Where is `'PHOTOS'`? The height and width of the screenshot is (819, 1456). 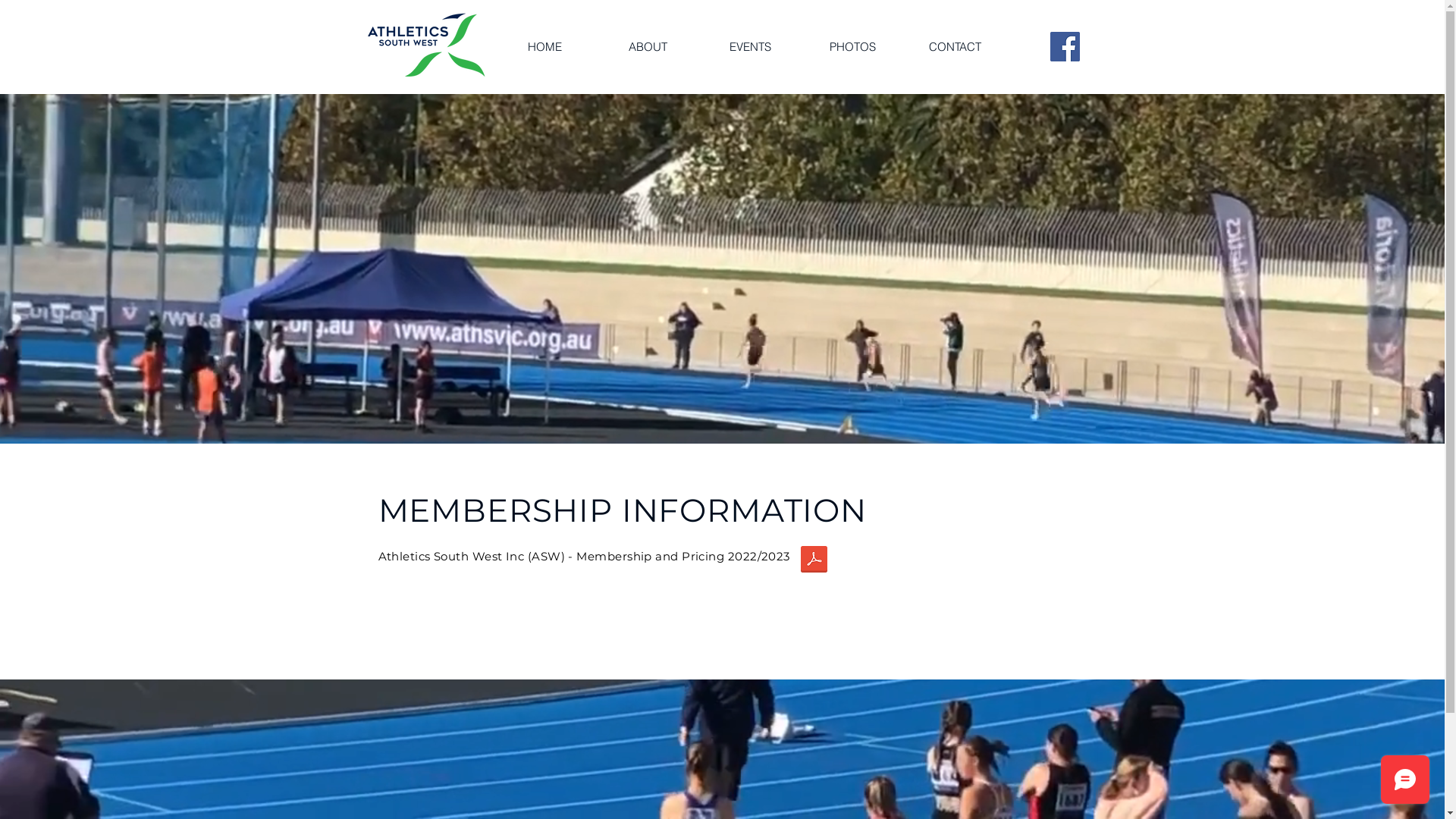 'PHOTOS' is located at coordinates (852, 45).